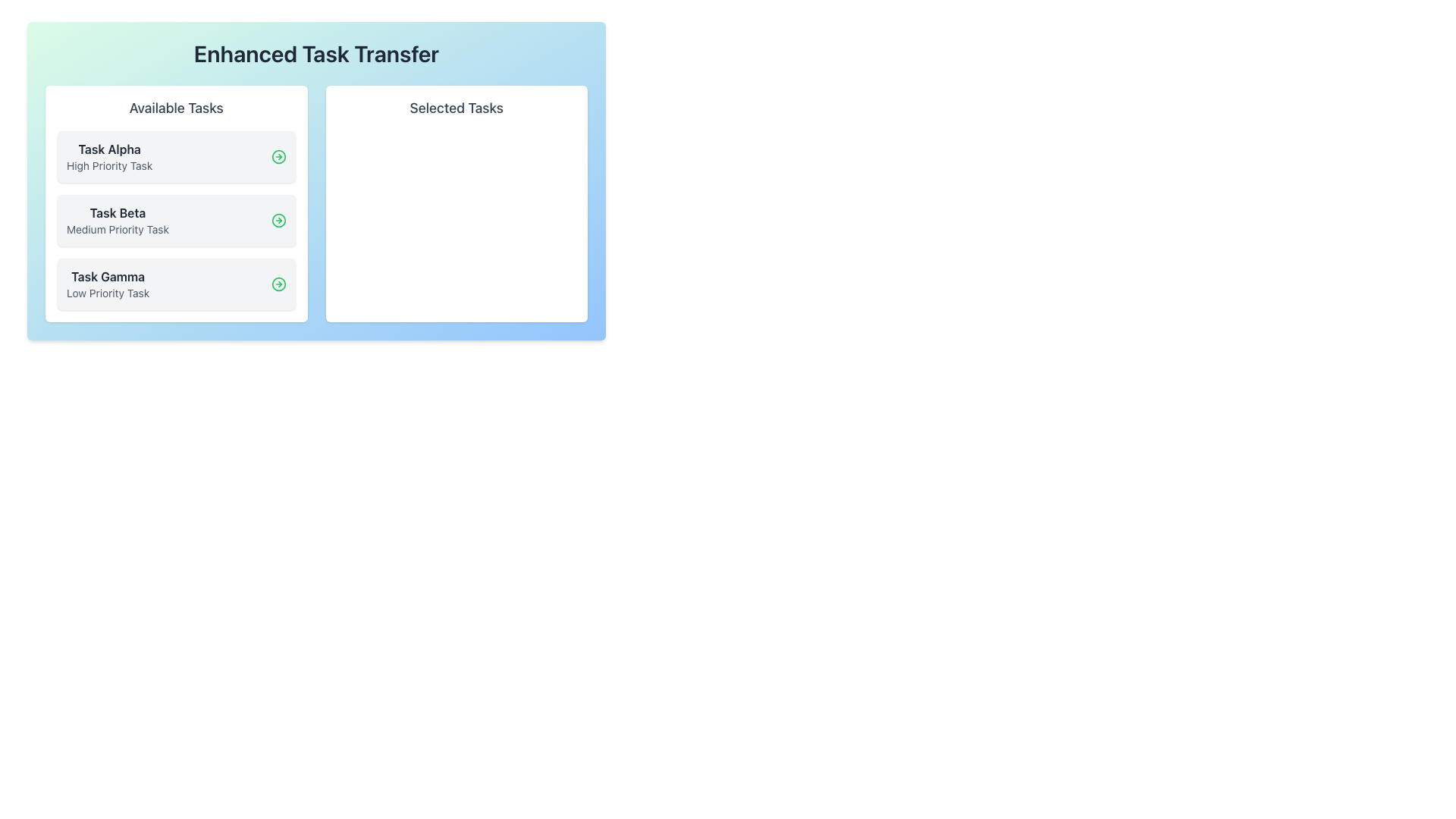 The image size is (1456, 819). What do you see at coordinates (176, 220) in the screenshot?
I see `the task item labeled 'Task Beta', marked as 'Medium Priority Task', to mark or select the task` at bounding box center [176, 220].